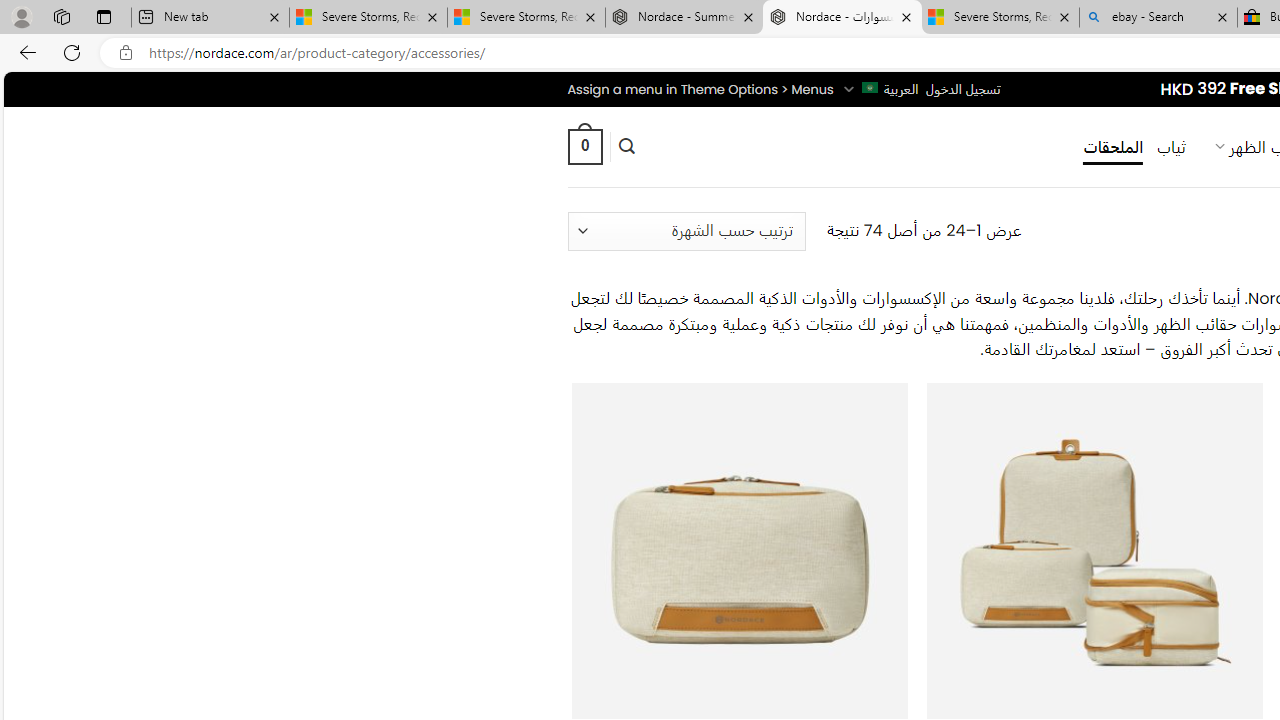 Image resolution: width=1280 pixels, height=720 pixels. What do you see at coordinates (700, 88) in the screenshot?
I see `'Assign a menu in Theme Options > Menus'` at bounding box center [700, 88].